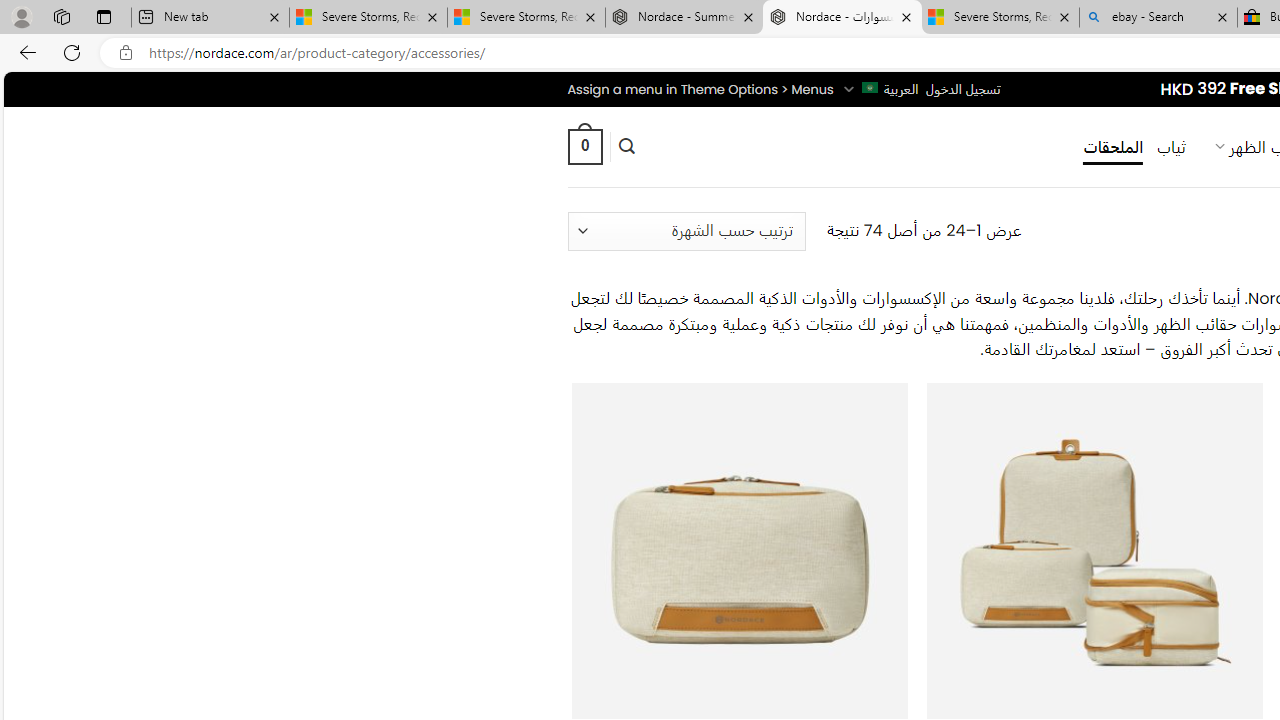 Image resolution: width=1280 pixels, height=720 pixels. What do you see at coordinates (700, 88) in the screenshot?
I see `'Assign a menu in Theme Options > Menus'` at bounding box center [700, 88].